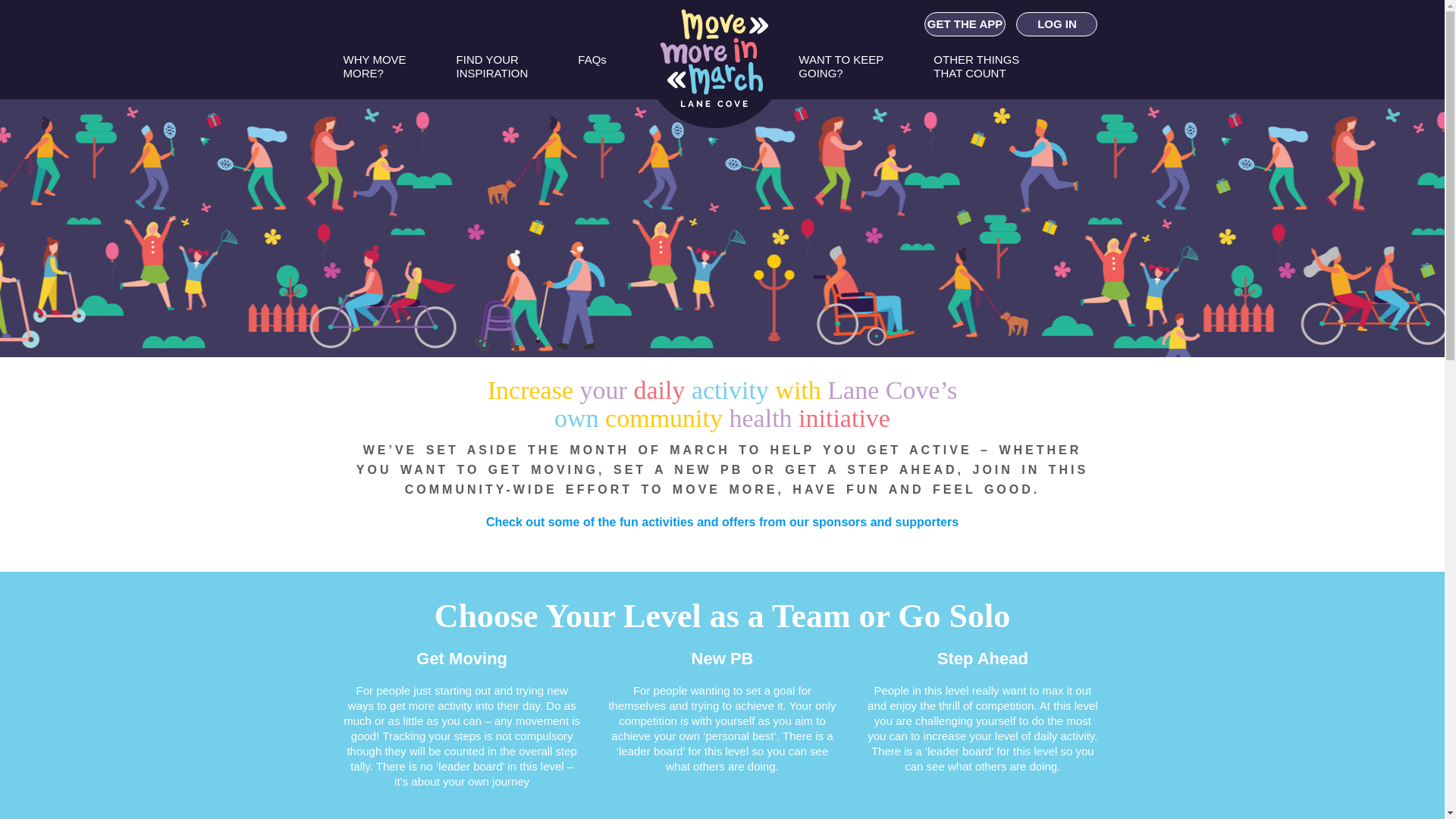 This screenshot has height=819, width=1456. Describe the element at coordinates (591, 73) in the screenshot. I see `'FAQs'` at that location.